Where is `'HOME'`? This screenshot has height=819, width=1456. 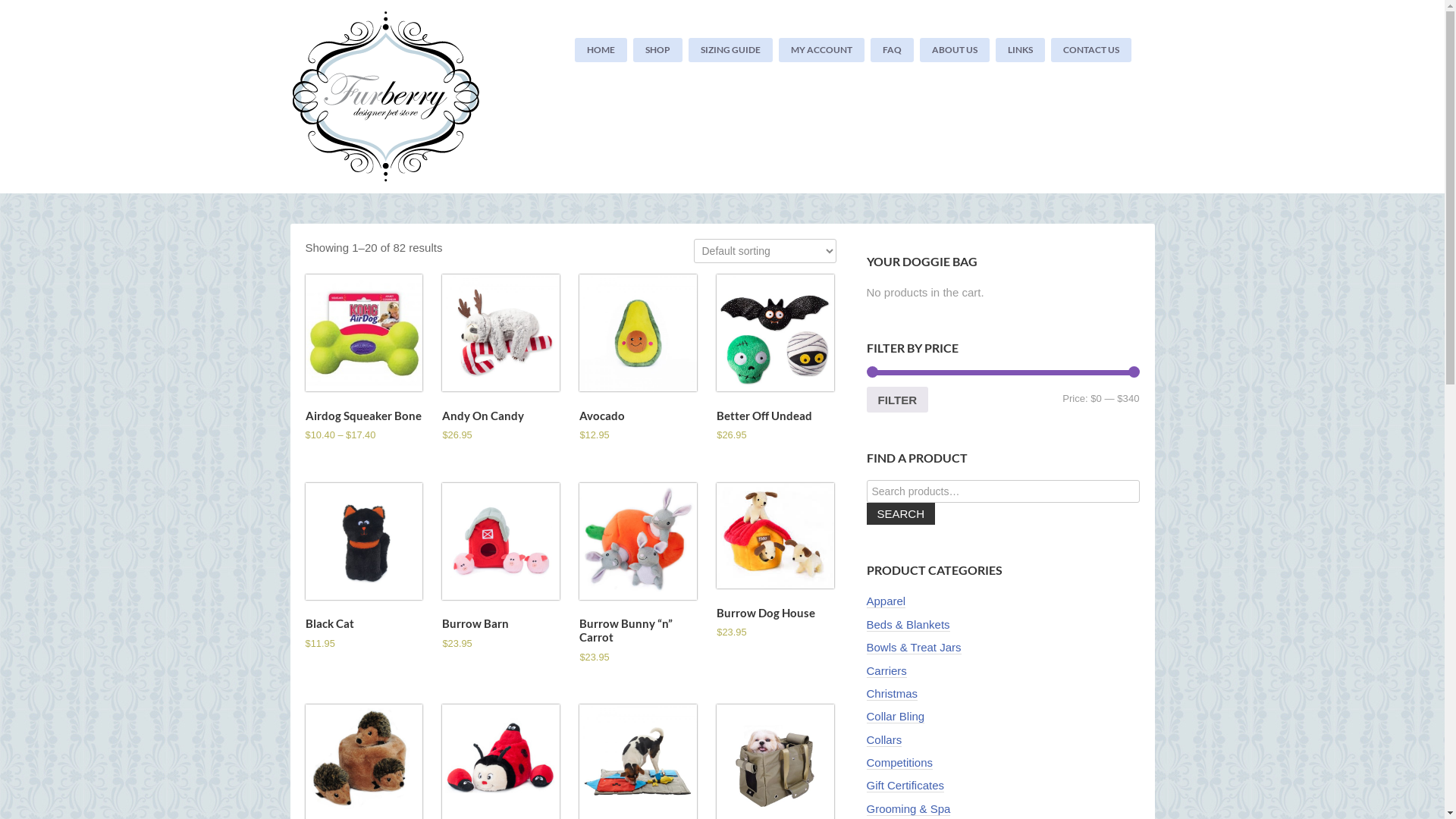 'HOME' is located at coordinates (600, 49).